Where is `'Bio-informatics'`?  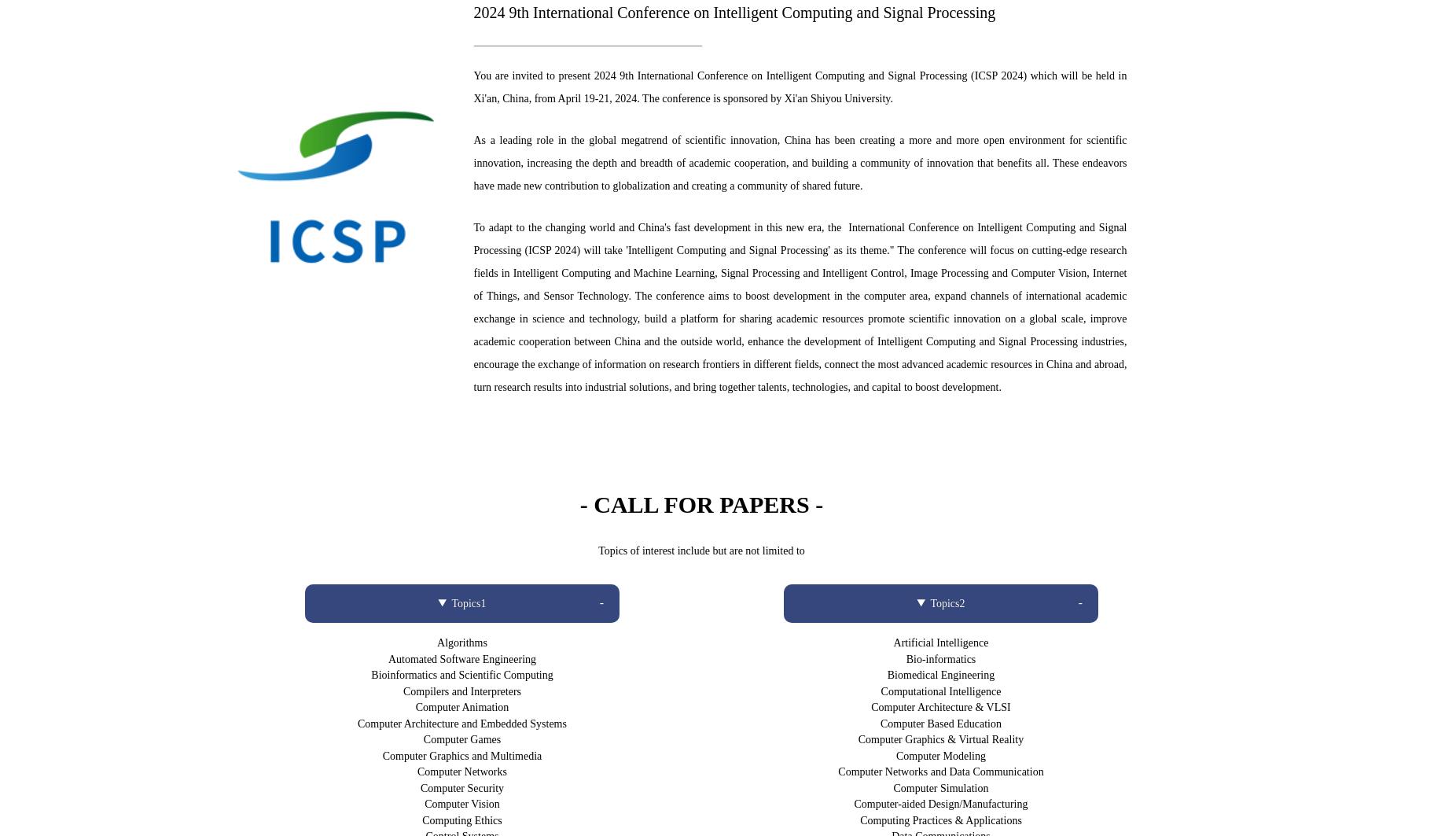 'Bio-informatics' is located at coordinates (940, 657).